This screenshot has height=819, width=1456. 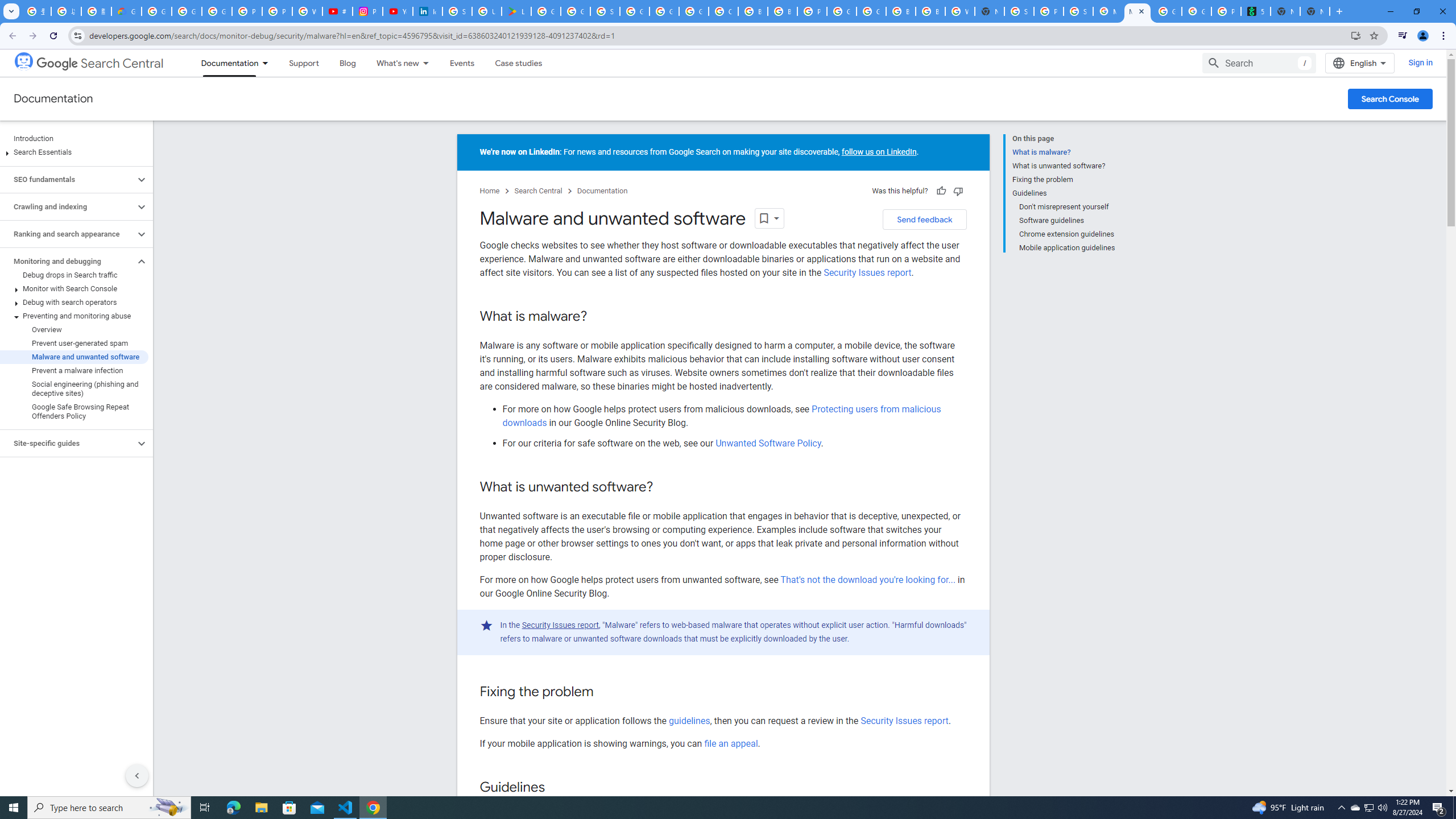 What do you see at coordinates (957, 191) in the screenshot?
I see `'Not helpful'` at bounding box center [957, 191].